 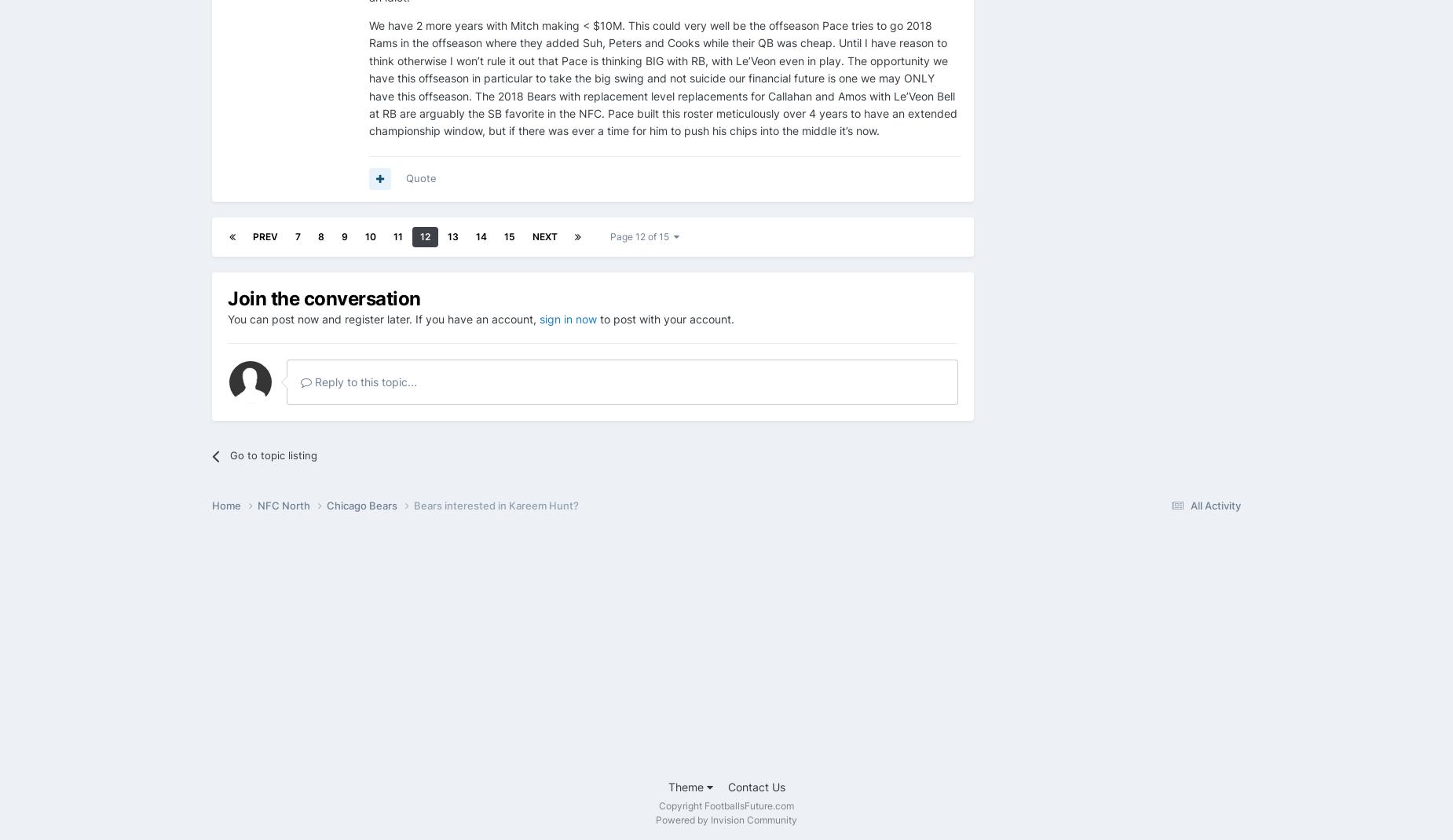 I want to click on '13', so click(x=453, y=236).